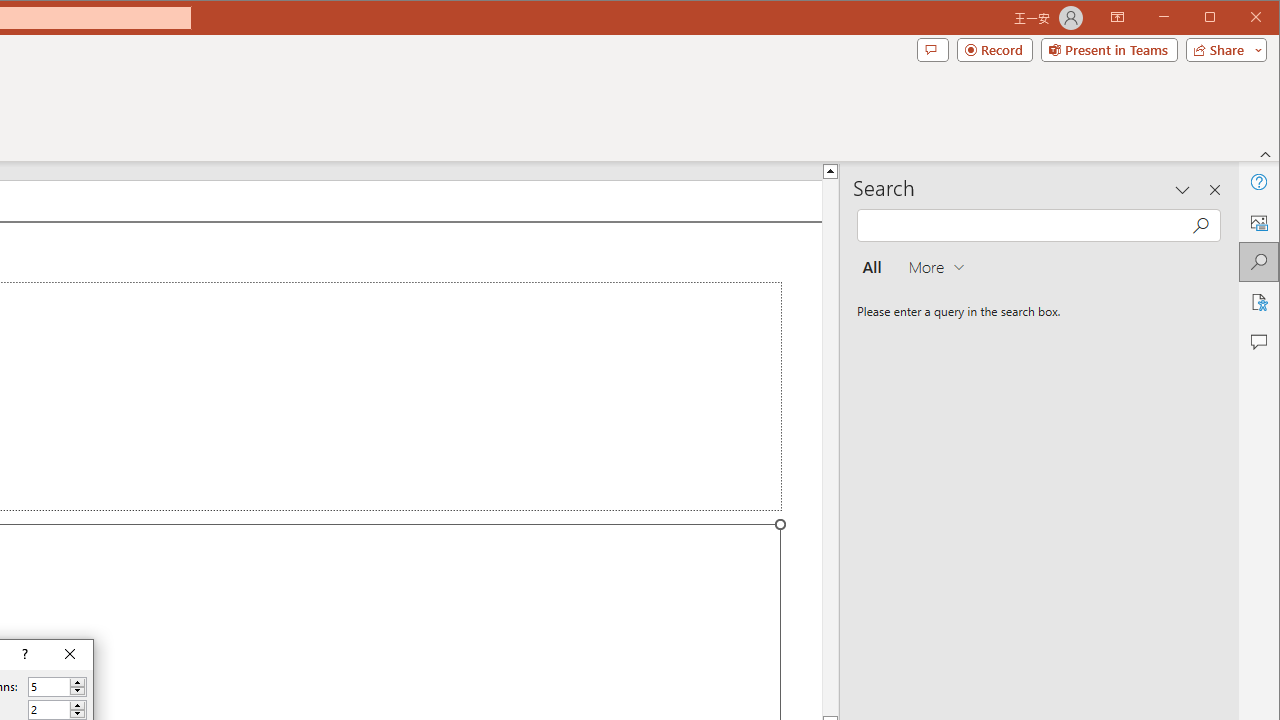 The image size is (1280, 720). I want to click on 'Maximize', so click(1238, 19).